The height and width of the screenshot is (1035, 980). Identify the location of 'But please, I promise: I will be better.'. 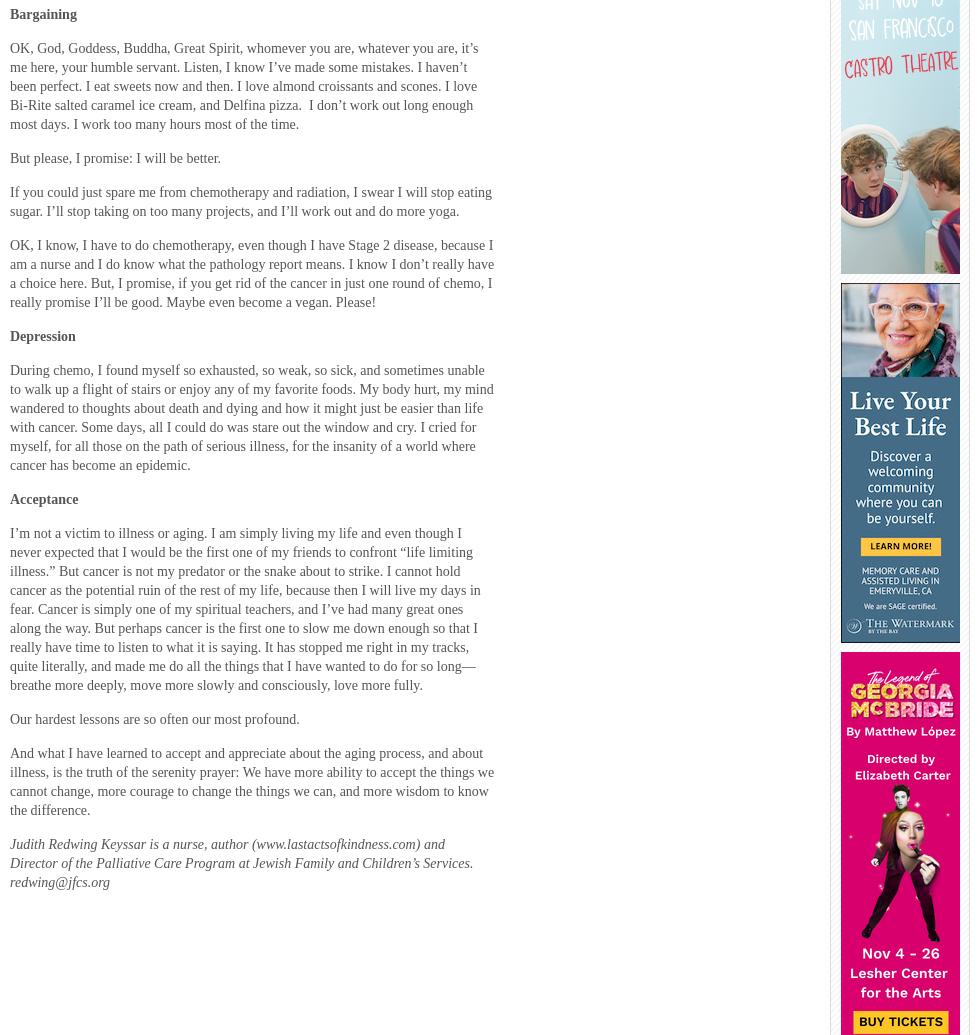
(9, 157).